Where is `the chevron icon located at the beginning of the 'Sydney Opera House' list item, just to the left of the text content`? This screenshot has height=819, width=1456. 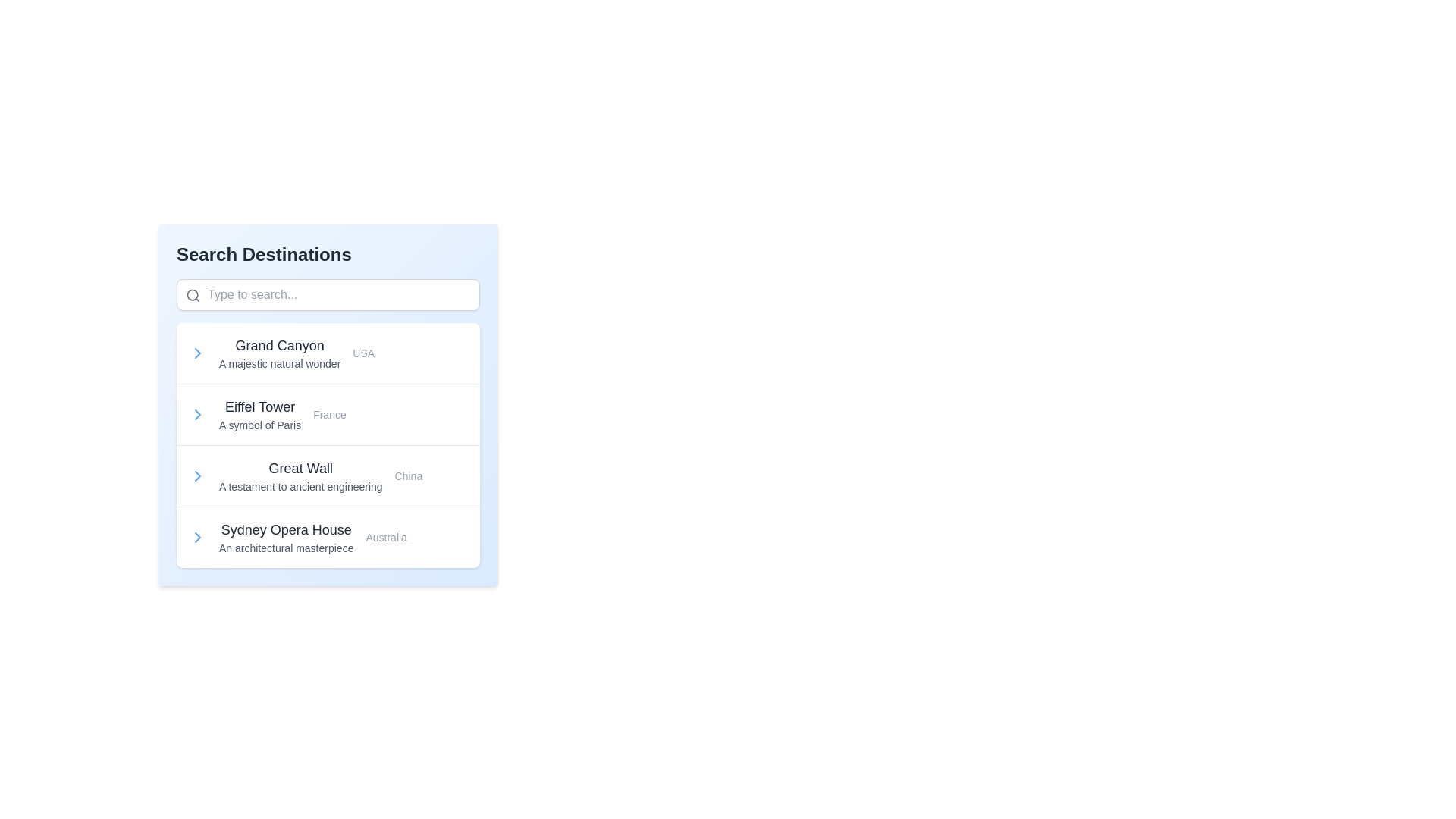 the chevron icon located at the beginning of the 'Sydney Opera House' list item, just to the left of the text content is located at coordinates (196, 537).